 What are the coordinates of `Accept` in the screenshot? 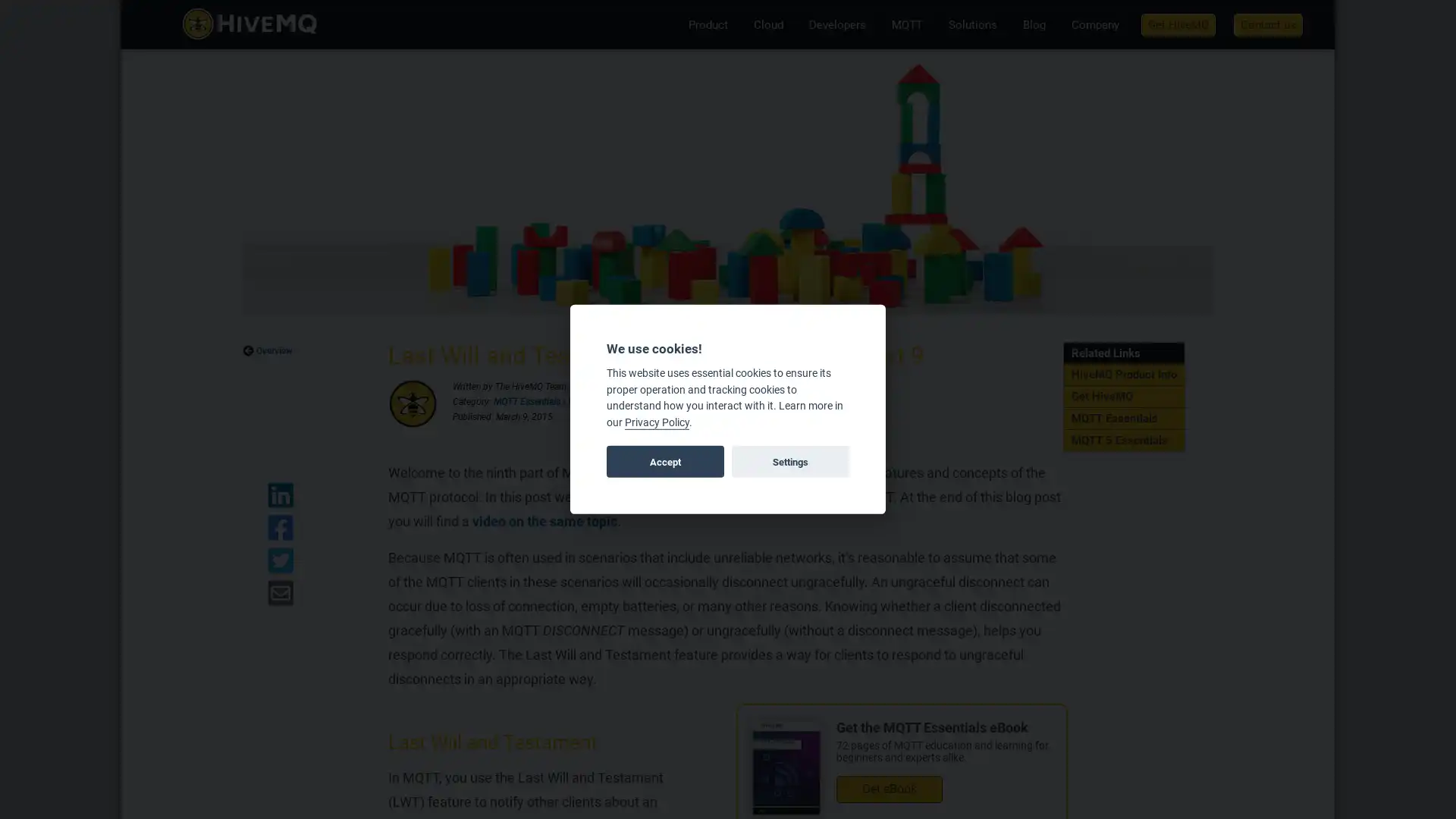 It's located at (665, 461).